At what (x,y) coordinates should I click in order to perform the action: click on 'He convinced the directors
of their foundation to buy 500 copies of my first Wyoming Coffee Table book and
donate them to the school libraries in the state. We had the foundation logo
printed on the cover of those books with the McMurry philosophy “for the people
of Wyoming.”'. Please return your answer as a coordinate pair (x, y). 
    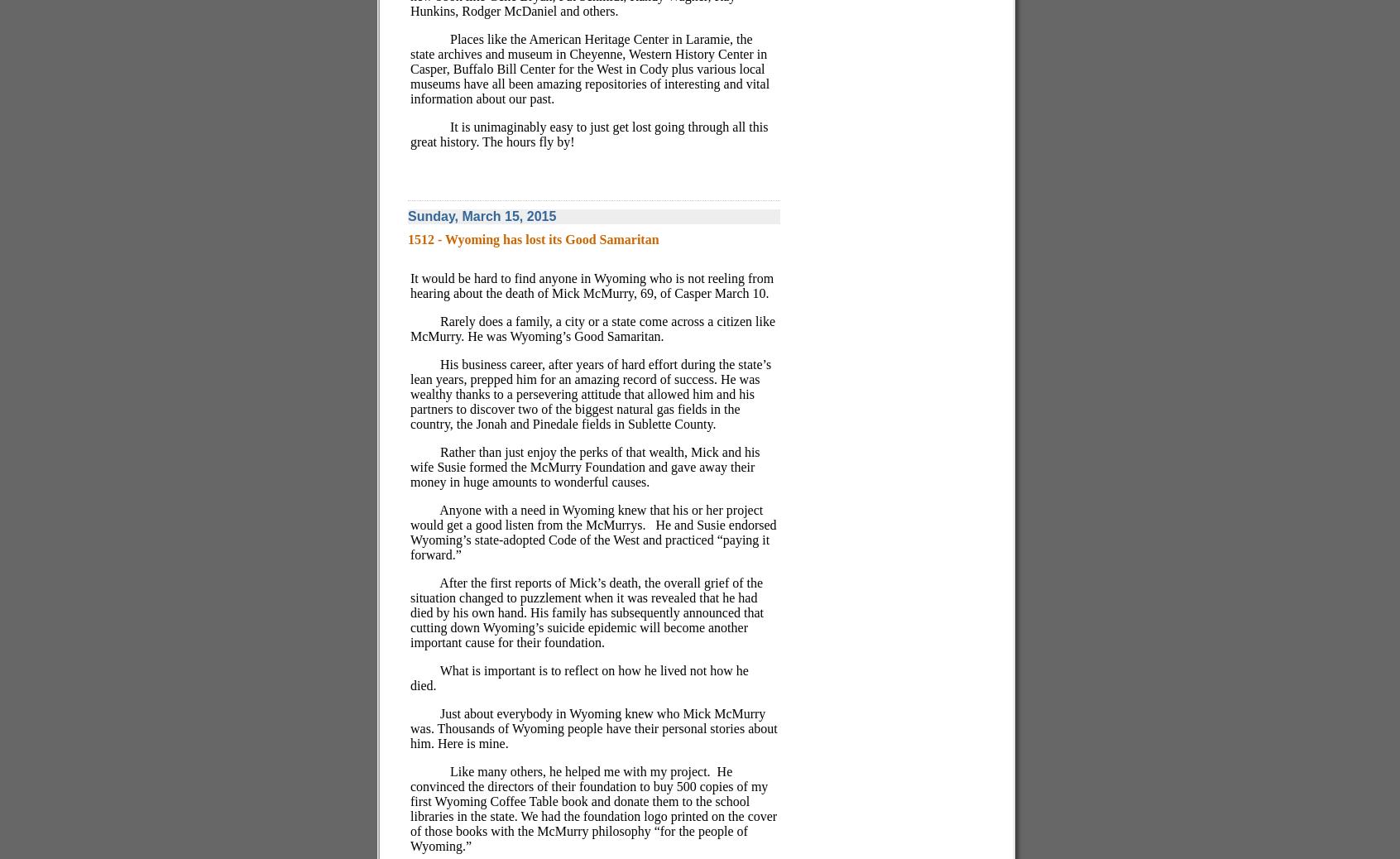
    Looking at the image, I should click on (592, 808).